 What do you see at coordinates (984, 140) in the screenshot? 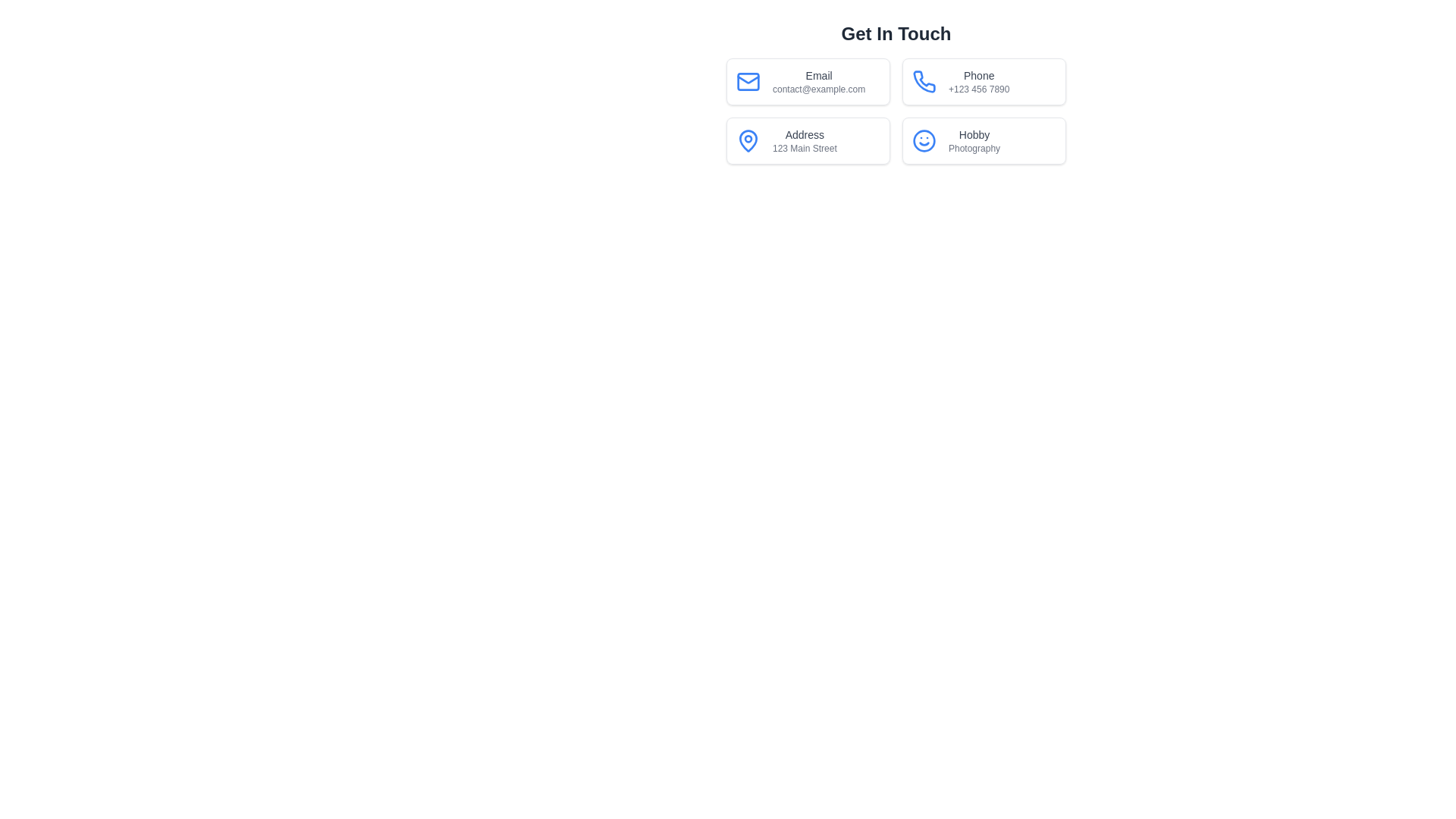
I see `the 'Photography' hobby category card located in the bottom-right corner of the grid layout` at bounding box center [984, 140].